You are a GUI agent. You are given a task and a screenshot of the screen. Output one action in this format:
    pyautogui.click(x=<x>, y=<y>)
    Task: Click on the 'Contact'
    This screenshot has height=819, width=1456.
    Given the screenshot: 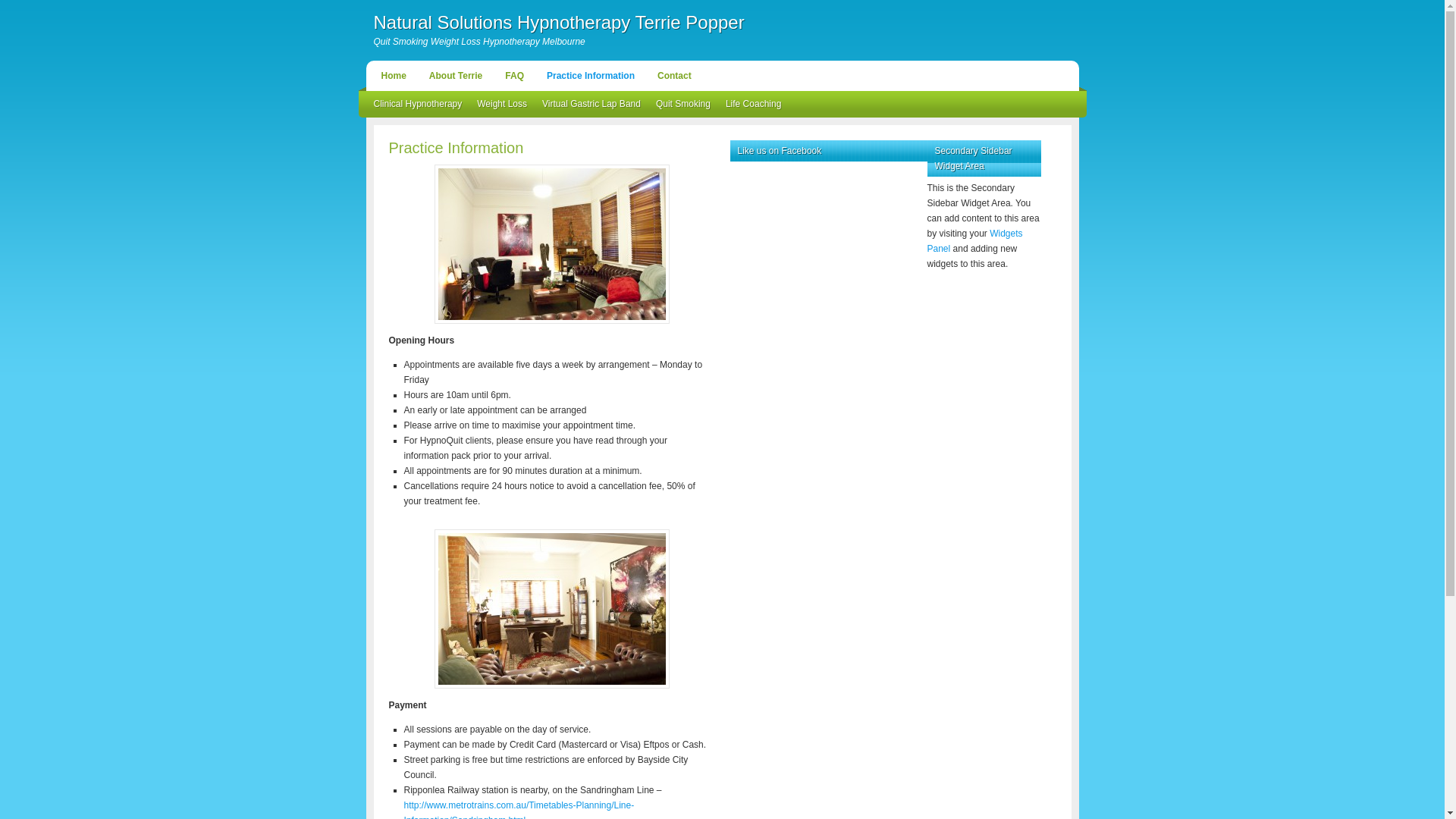 What is the action you would take?
    pyautogui.click(x=673, y=76)
    